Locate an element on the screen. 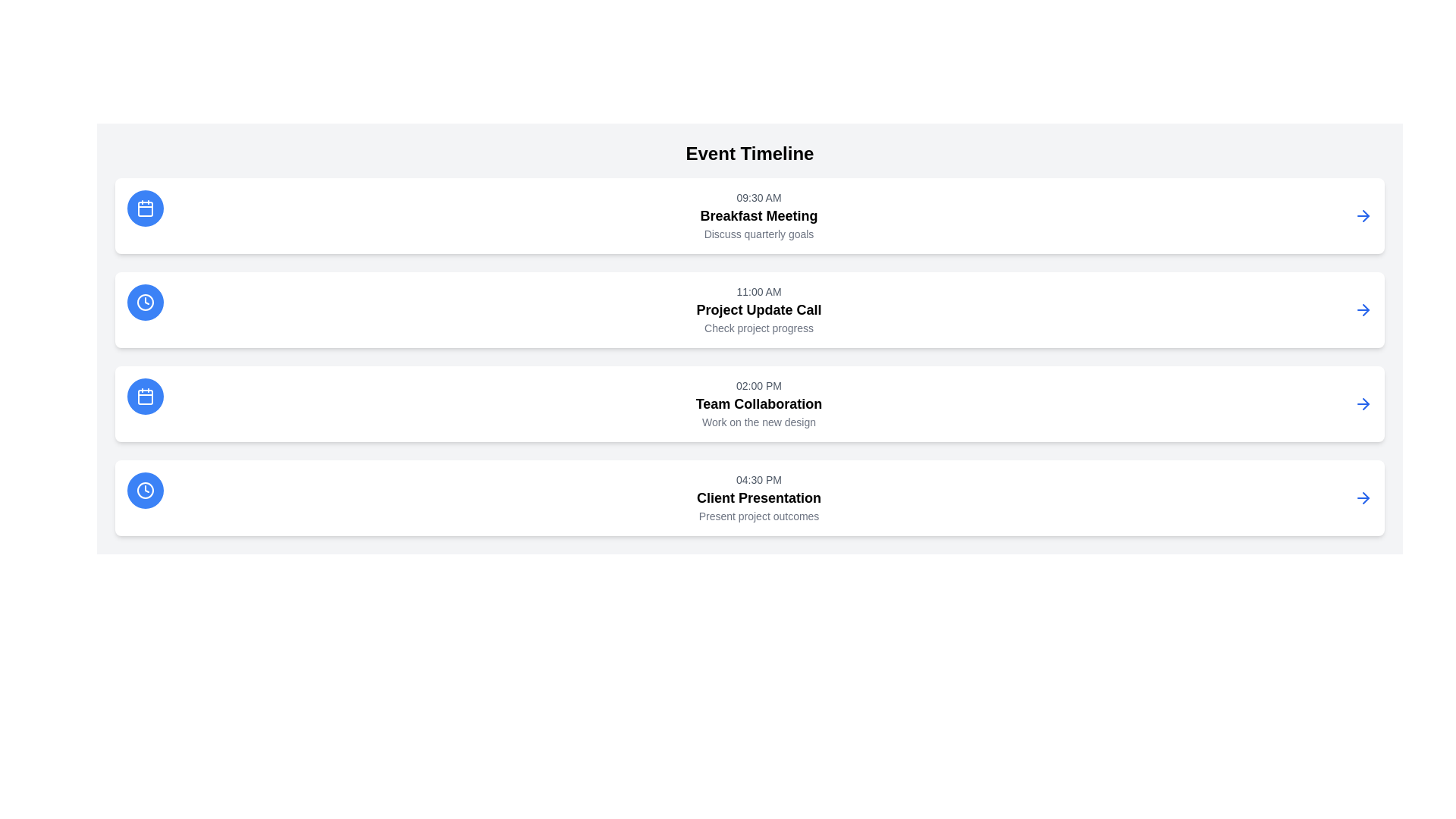 This screenshot has width=1456, height=819. the navigational arrow icon located at the bottom-most event card on the right edge is located at coordinates (1363, 497).